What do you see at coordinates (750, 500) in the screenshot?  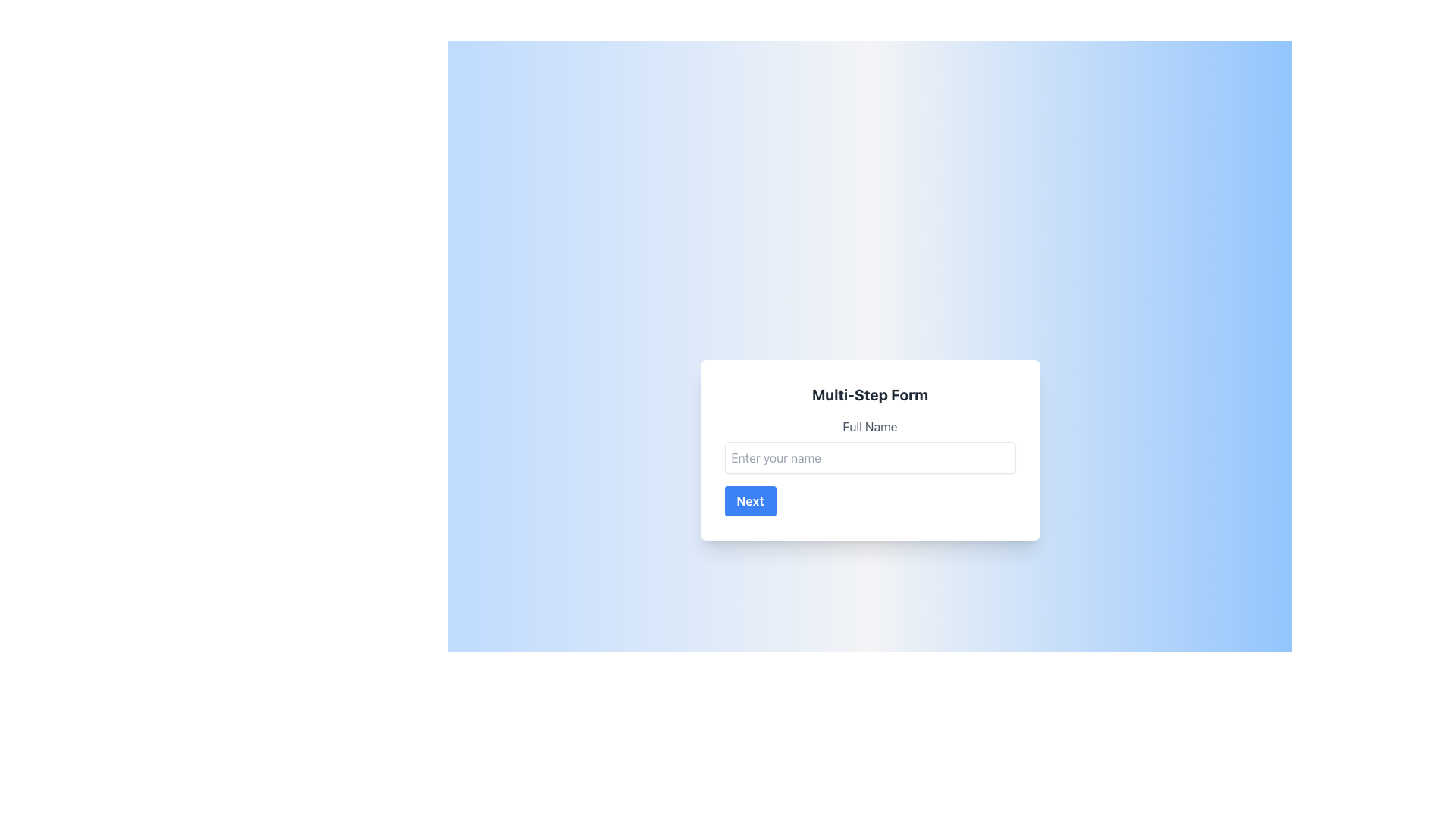 I see `the navigation button located at the bottom left of the form` at bounding box center [750, 500].